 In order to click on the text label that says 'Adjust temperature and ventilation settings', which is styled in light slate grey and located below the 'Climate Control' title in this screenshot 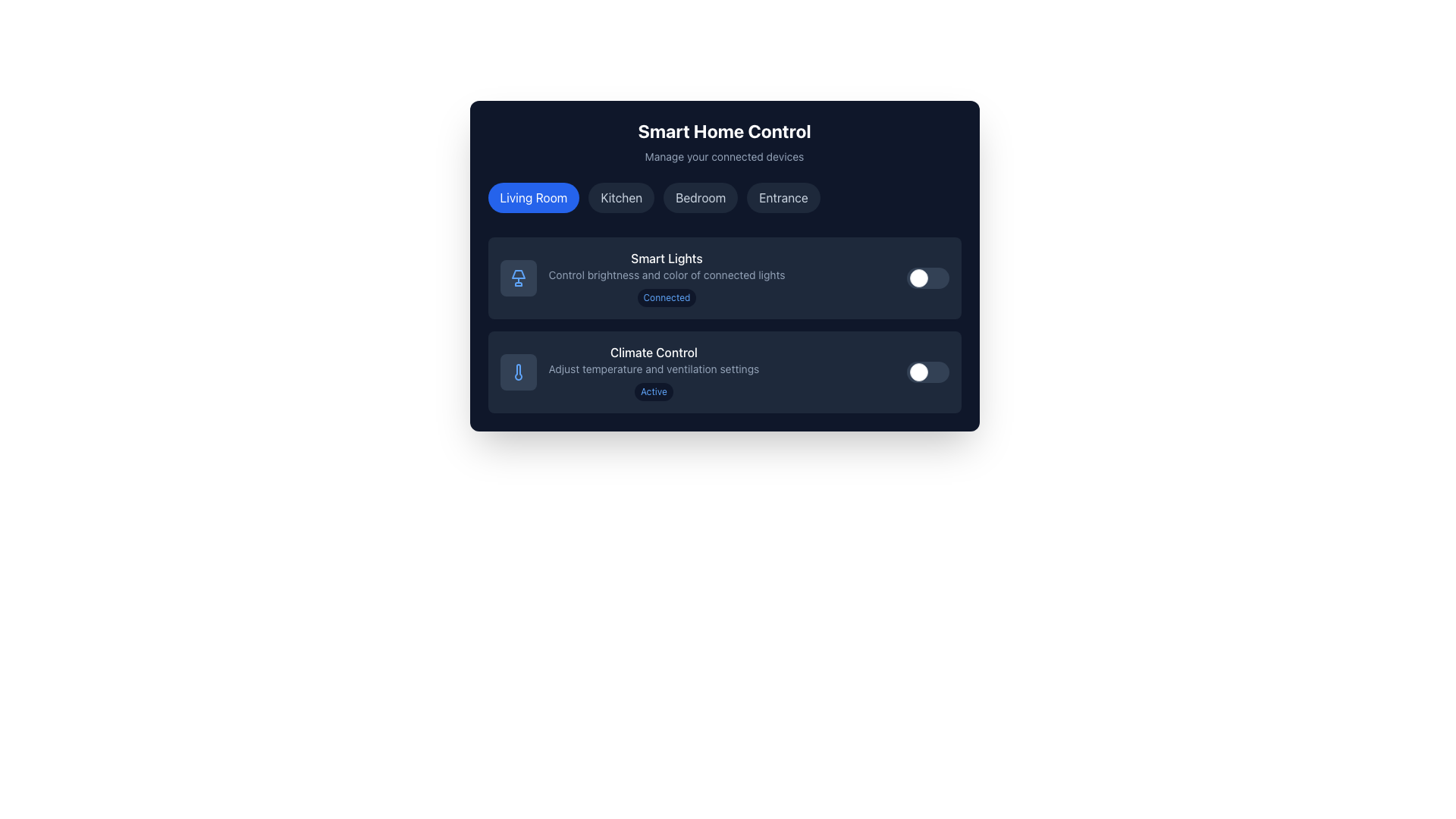, I will do `click(654, 369)`.